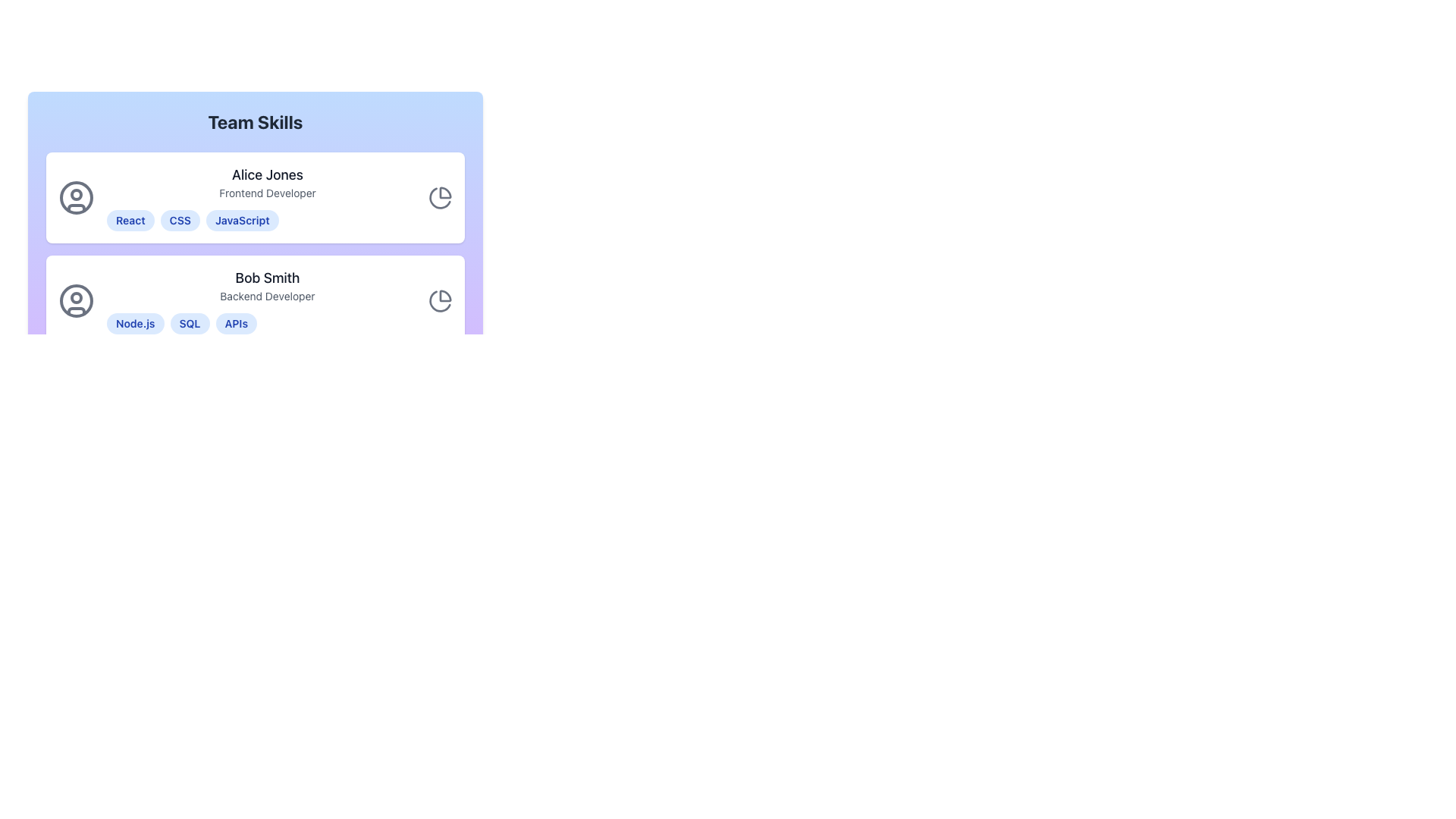  What do you see at coordinates (241, 220) in the screenshot?
I see `the 'JavaScript' badge, which has a blue background and bold blue text, to interact with it if functionality is implemented` at bounding box center [241, 220].